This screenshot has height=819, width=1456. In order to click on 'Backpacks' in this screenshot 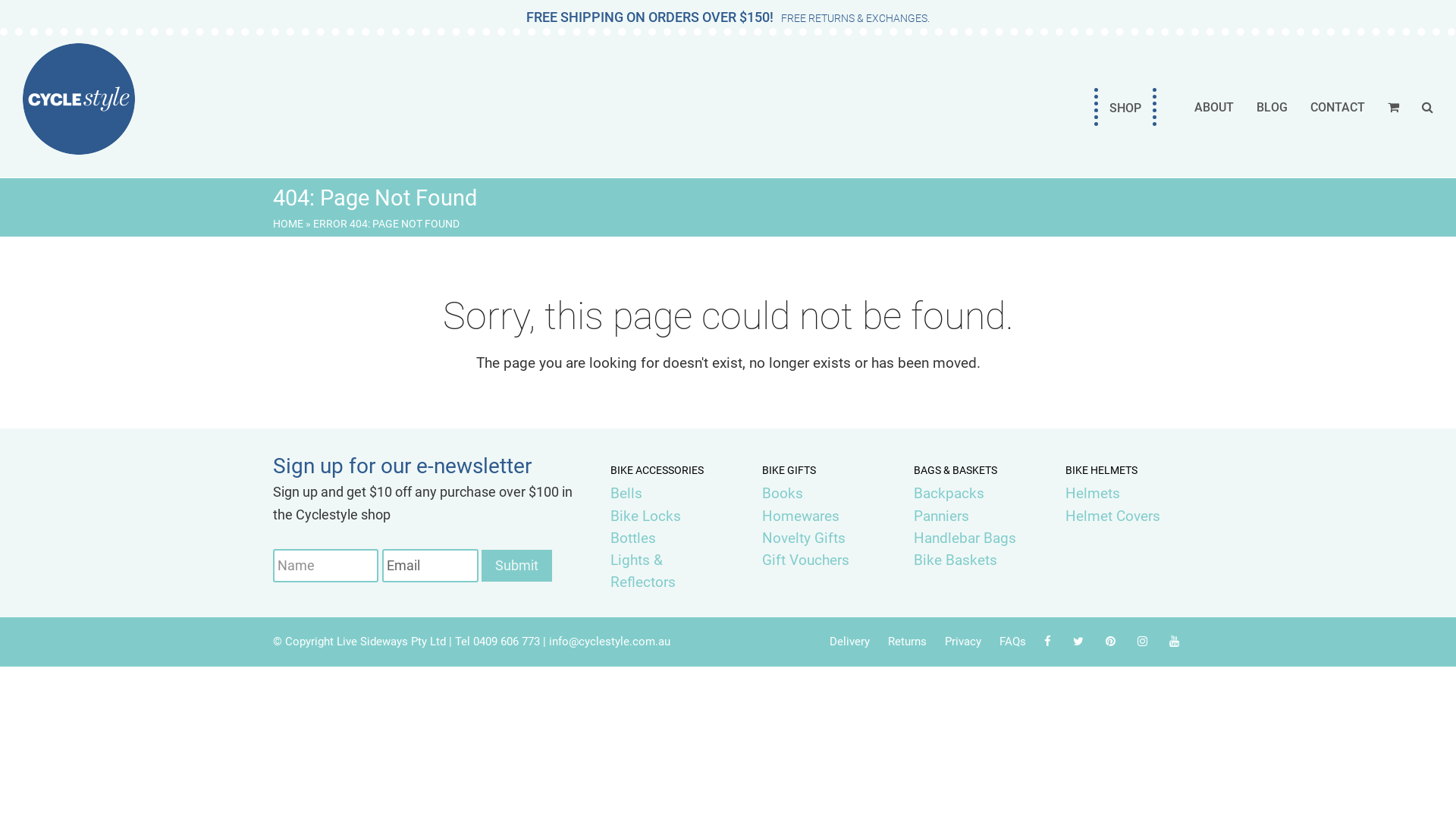, I will do `click(912, 493)`.